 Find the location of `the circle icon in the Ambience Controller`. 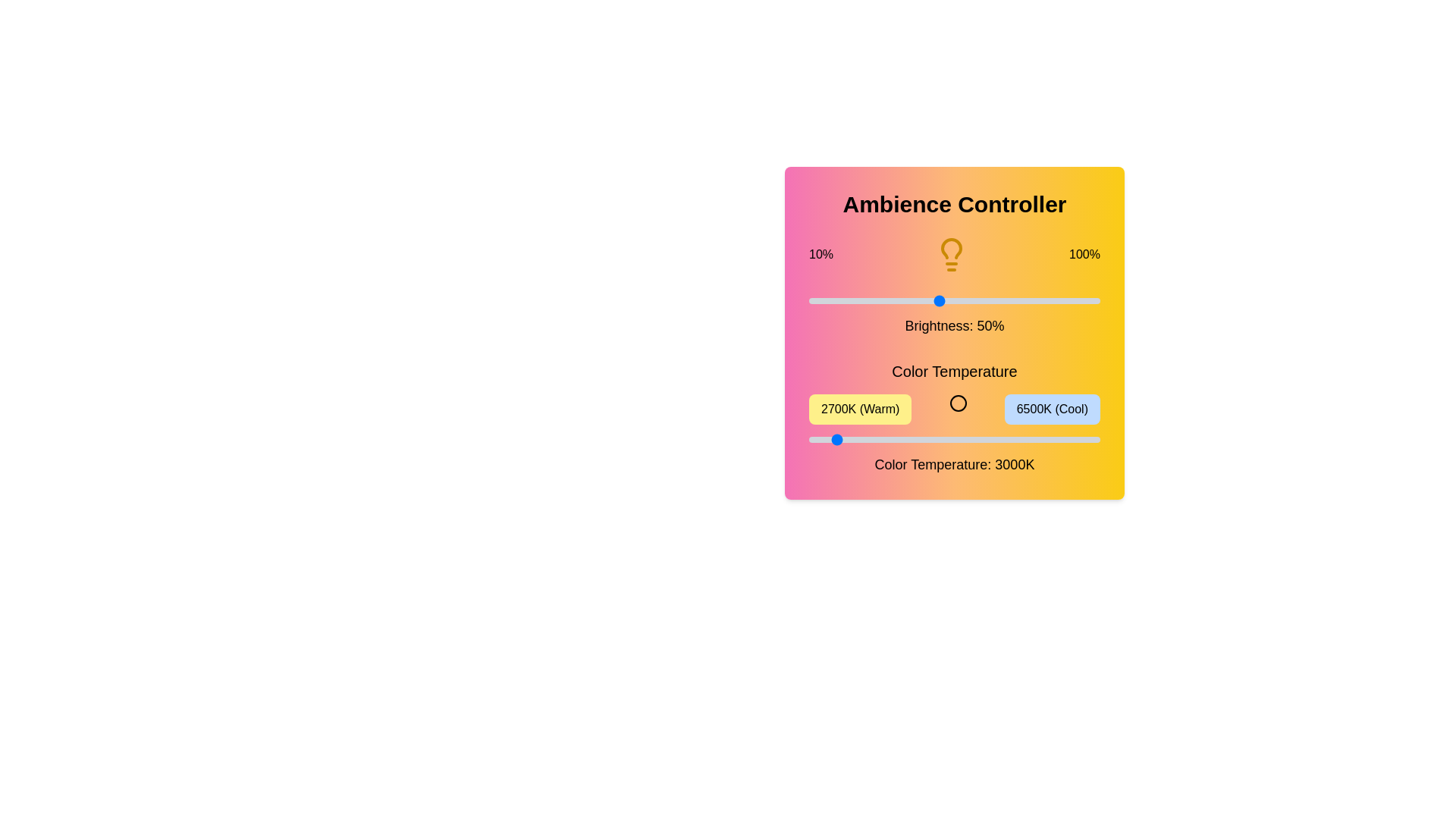

the circle icon in the Ambience Controller is located at coordinates (957, 403).